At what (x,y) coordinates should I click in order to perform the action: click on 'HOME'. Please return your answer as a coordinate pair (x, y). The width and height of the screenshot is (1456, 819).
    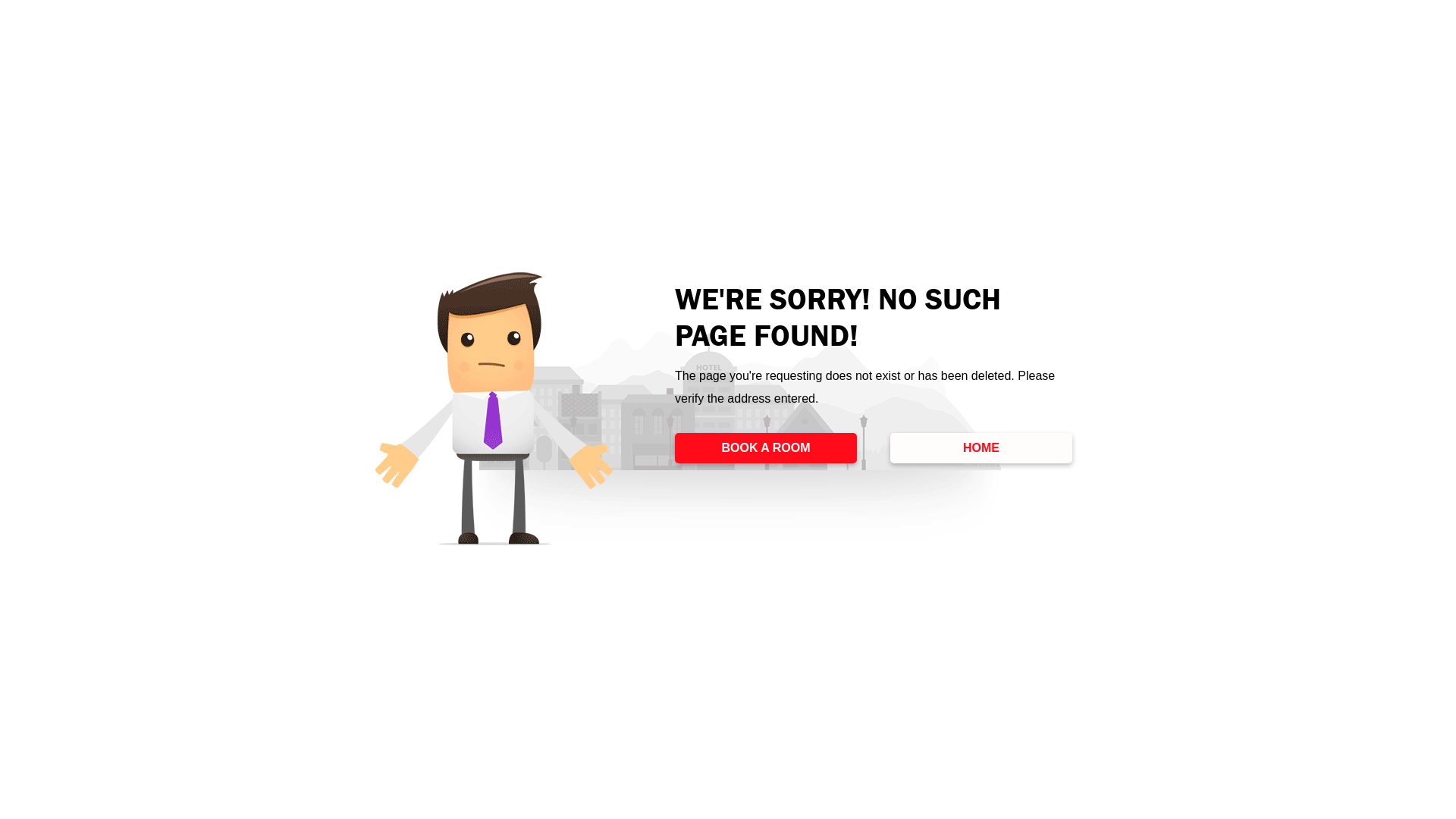
    Looking at the image, I should click on (890, 447).